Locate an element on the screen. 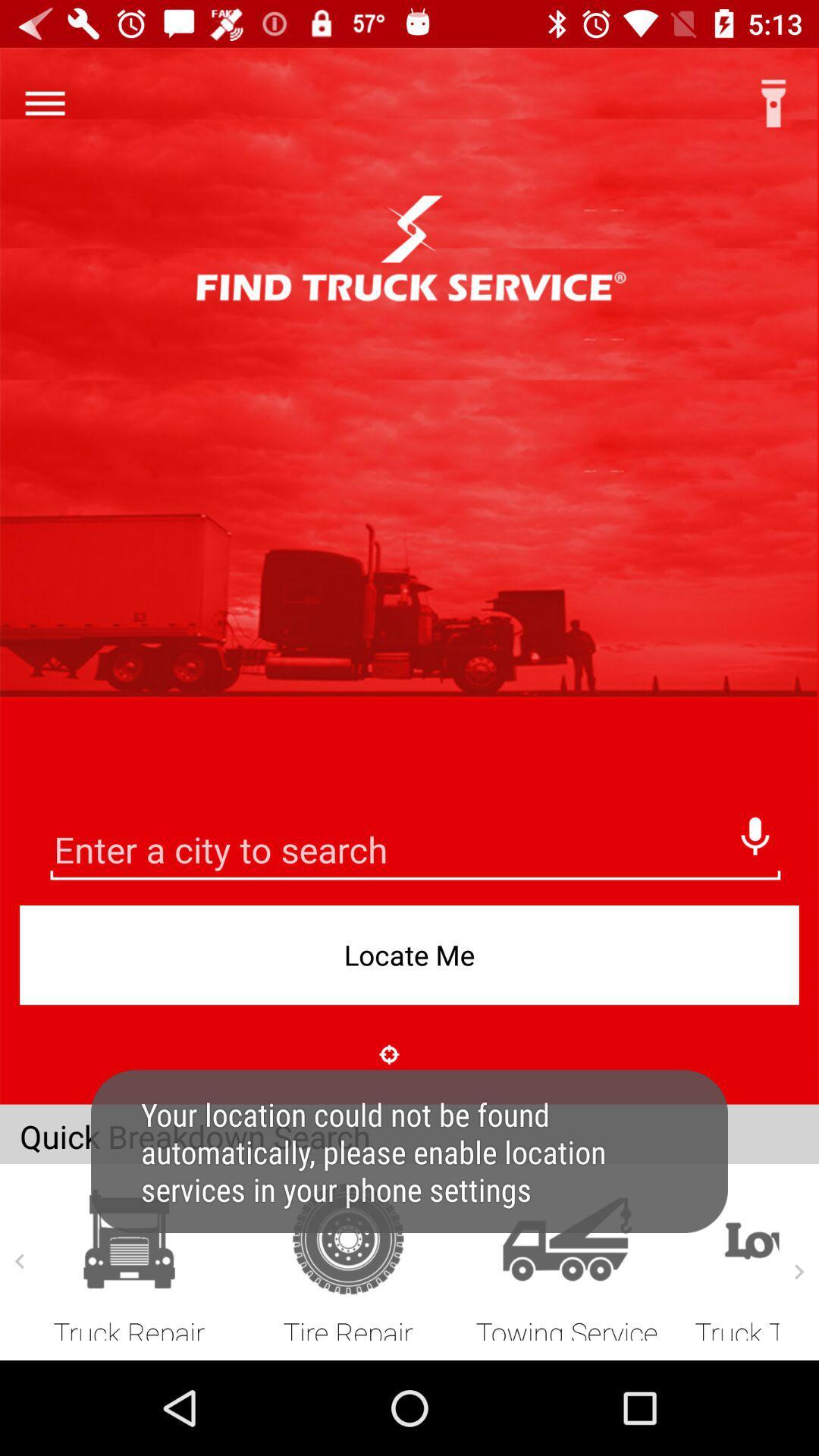  open settings is located at coordinates (44, 102).